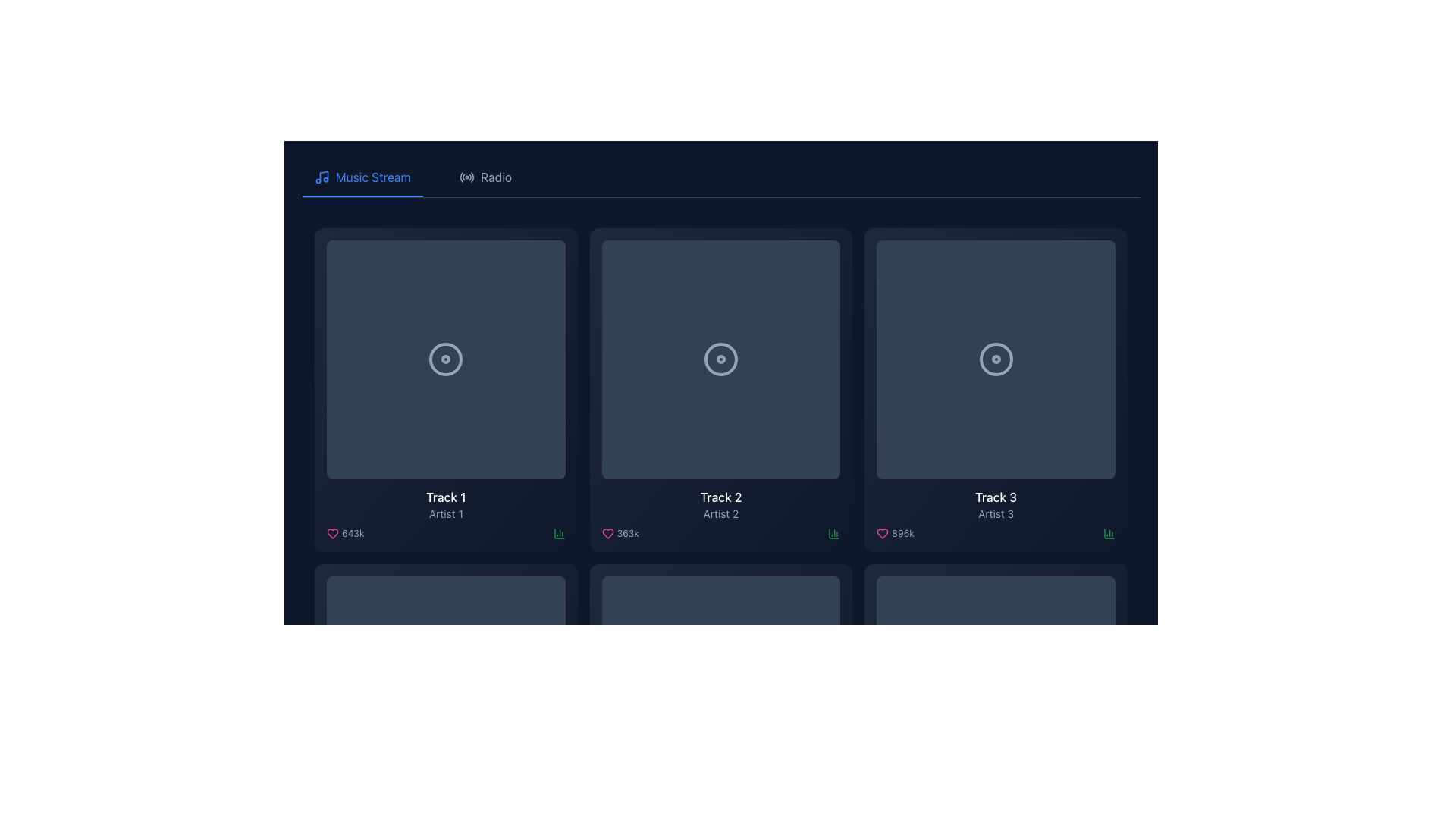 Image resolution: width=1456 pixels, height=819 pixels. What do you see at coordinates (996, 359) in the screenshot?
I see `the larger SVG circle element in the rightmost card of the top row, which serves a decorative purpose related to music or tracks` at bounding box center [996, 359].